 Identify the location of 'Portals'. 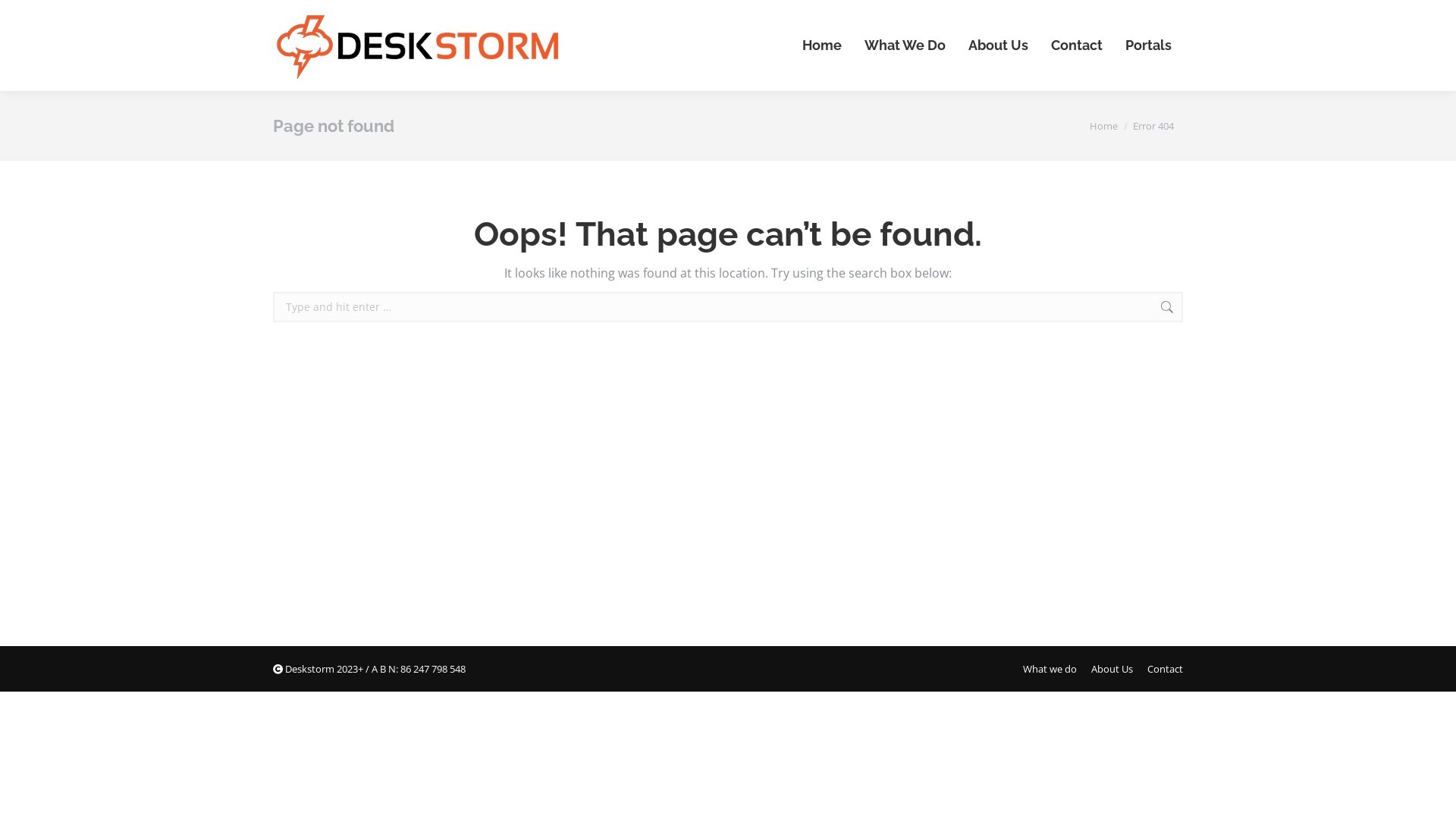
(1148, 45).